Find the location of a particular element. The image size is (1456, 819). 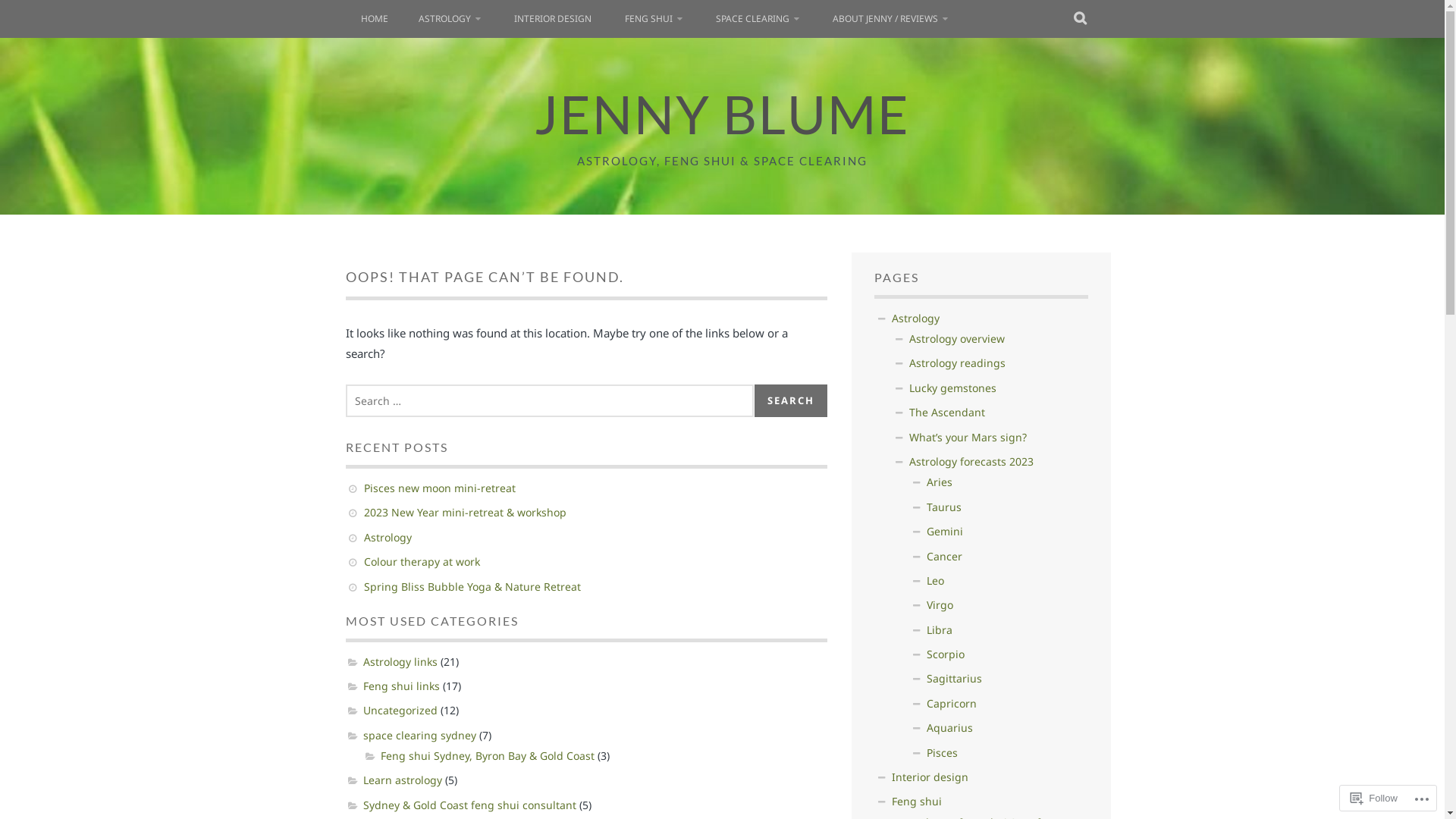

'ASTROLOGY' is located at coordinates (449, 18).